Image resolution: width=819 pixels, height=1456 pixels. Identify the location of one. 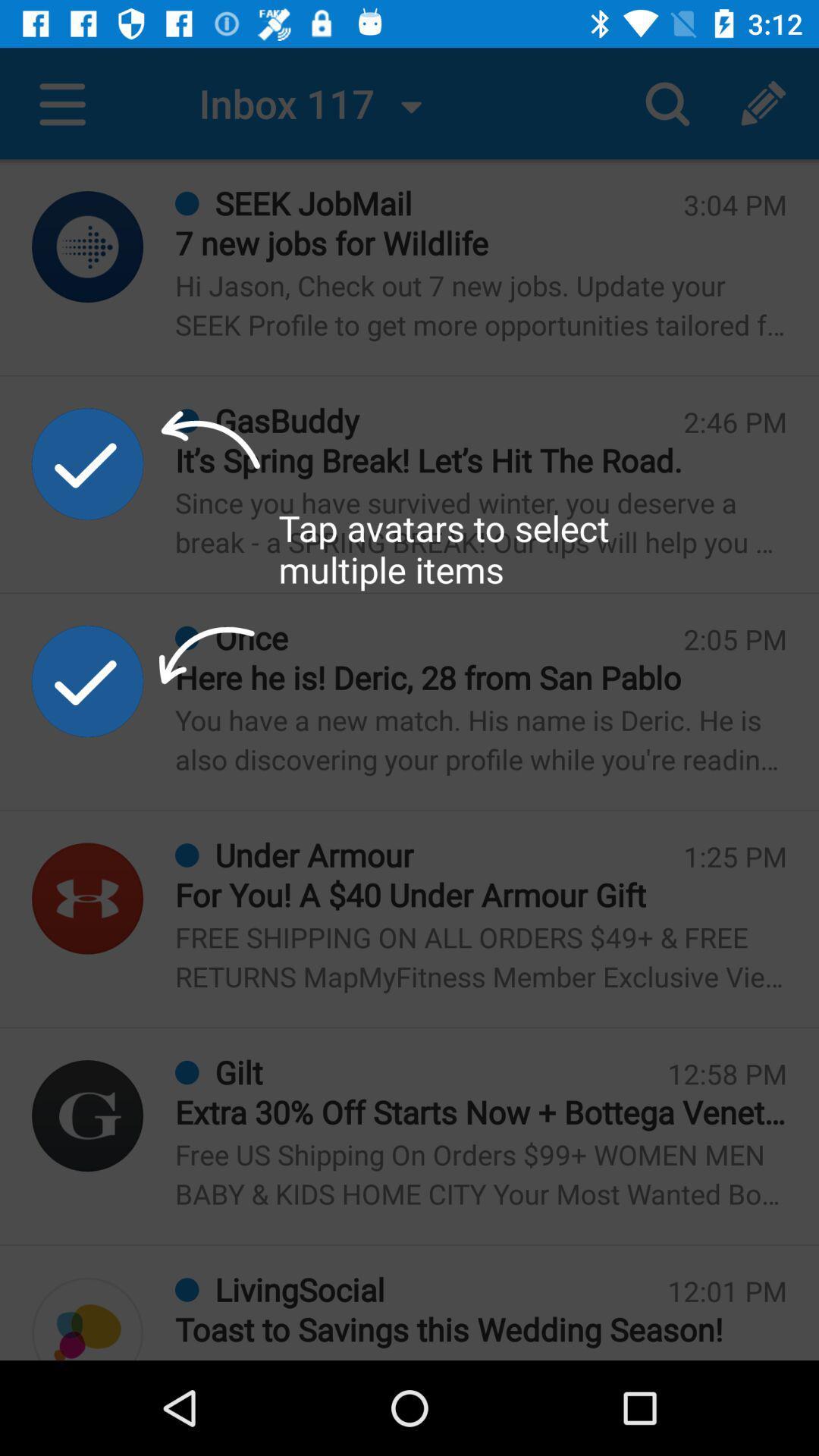
(87, 463).